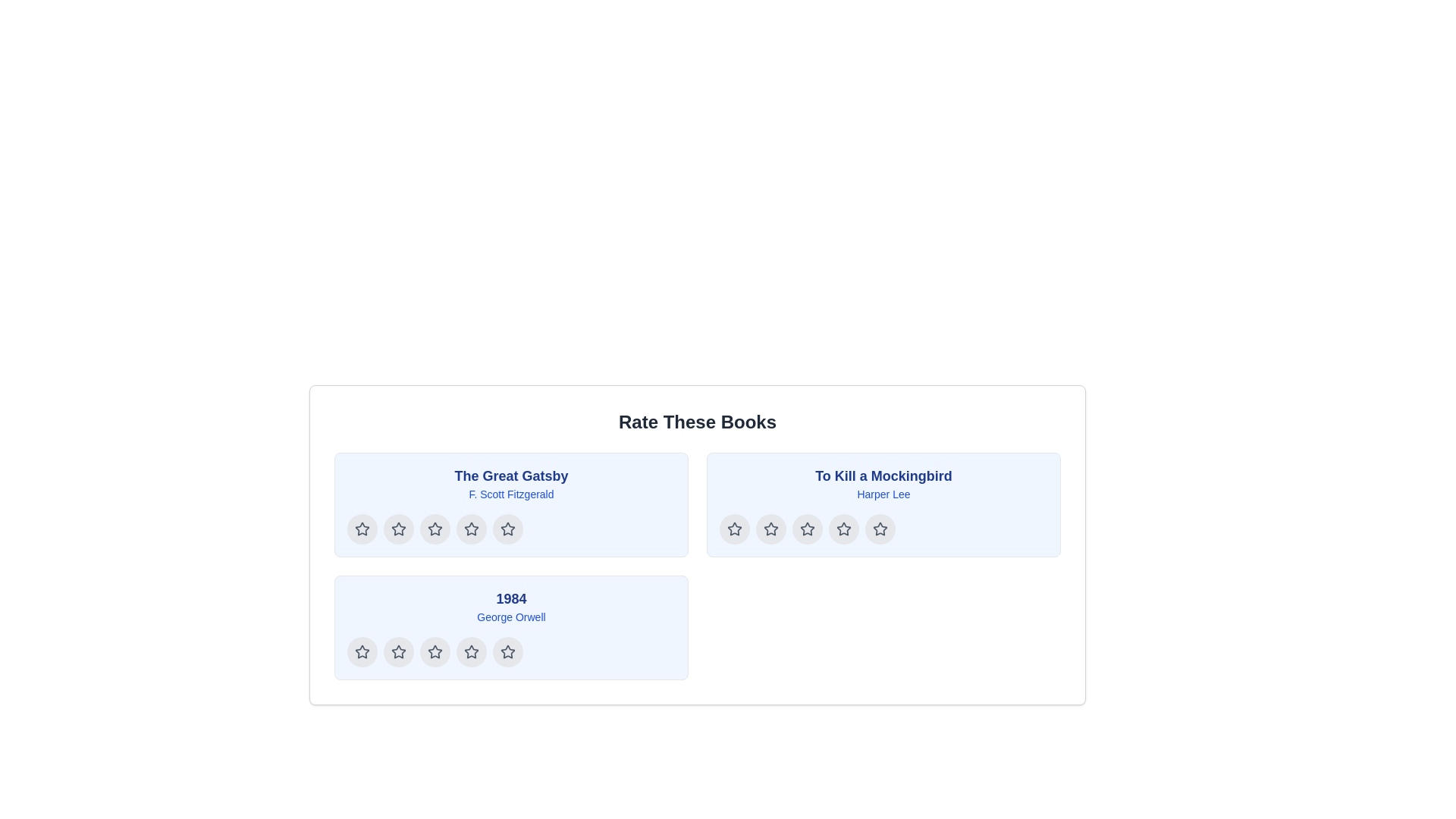 The height and width of the screenshot is (819, 1456). What do you see at coordinates (880, 529) in the screenshot?
I see `the fifth star rating icon to rate the book 'To Kill a Mockingbird'` at bounding box center [880, 529].